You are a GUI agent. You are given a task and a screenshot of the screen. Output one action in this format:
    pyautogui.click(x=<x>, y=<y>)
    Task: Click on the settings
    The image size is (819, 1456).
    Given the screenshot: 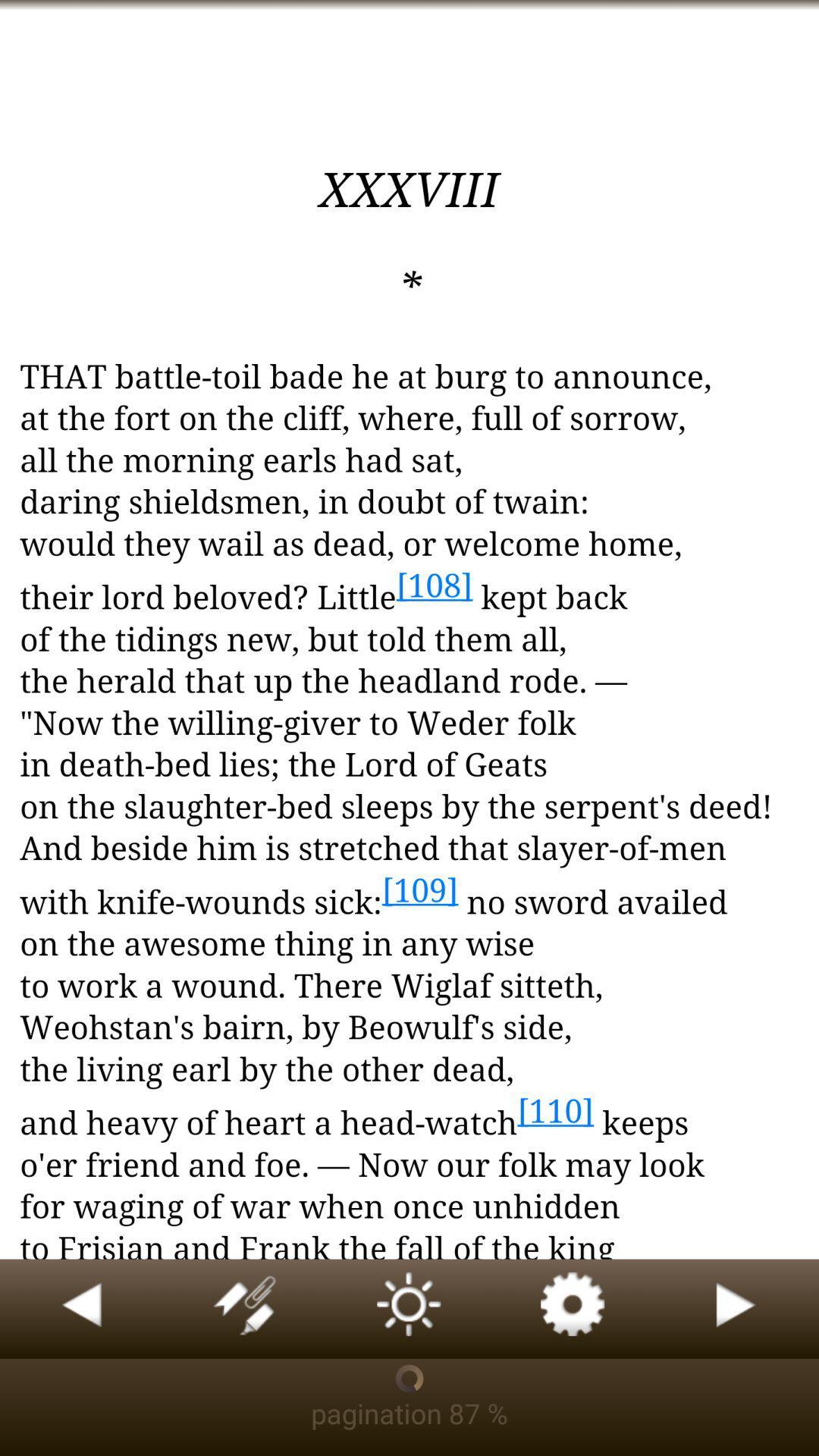 What is the action you would take?
    pyautogui.click(x=573, y=1308)
    